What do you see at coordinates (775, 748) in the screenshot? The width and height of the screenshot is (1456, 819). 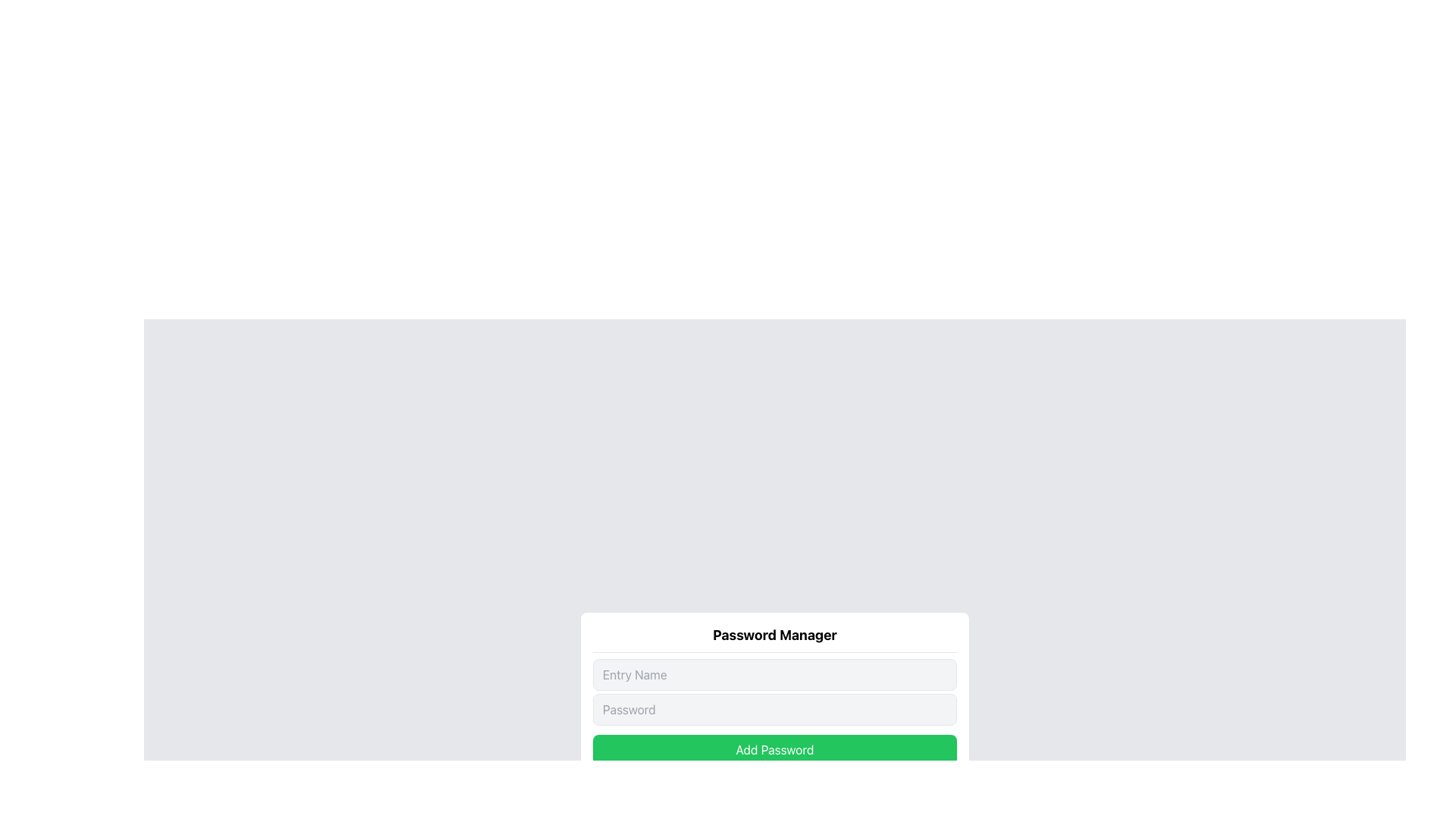 I see `the green button labeled 'Add Password' which is prominently displayed below the input fields in the form` at bounding box center [775, 748].